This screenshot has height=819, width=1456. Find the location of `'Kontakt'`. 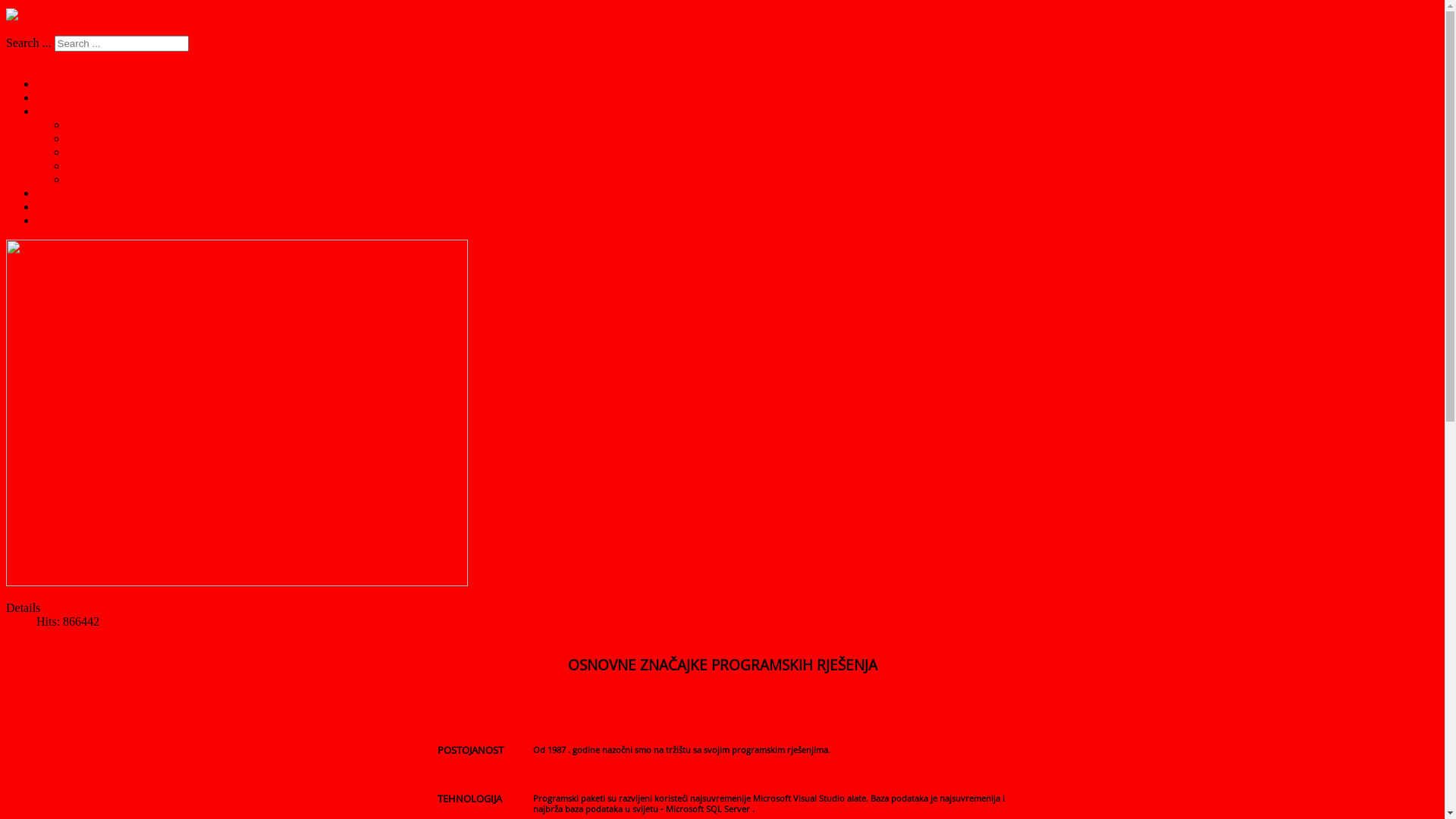

'Kontakt' is located at coordinates (55, 206).